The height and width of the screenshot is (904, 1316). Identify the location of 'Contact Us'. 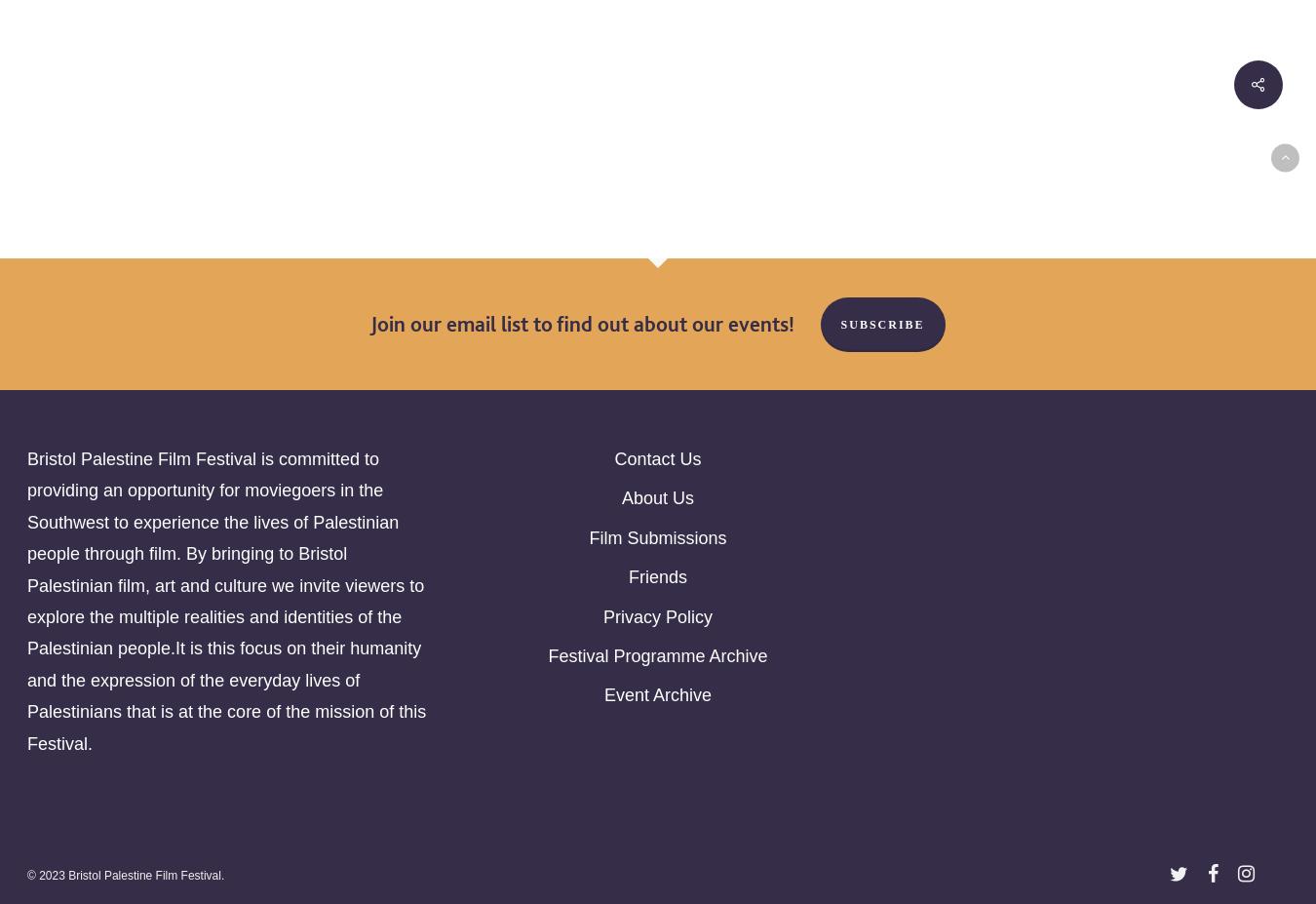
(657, 459).